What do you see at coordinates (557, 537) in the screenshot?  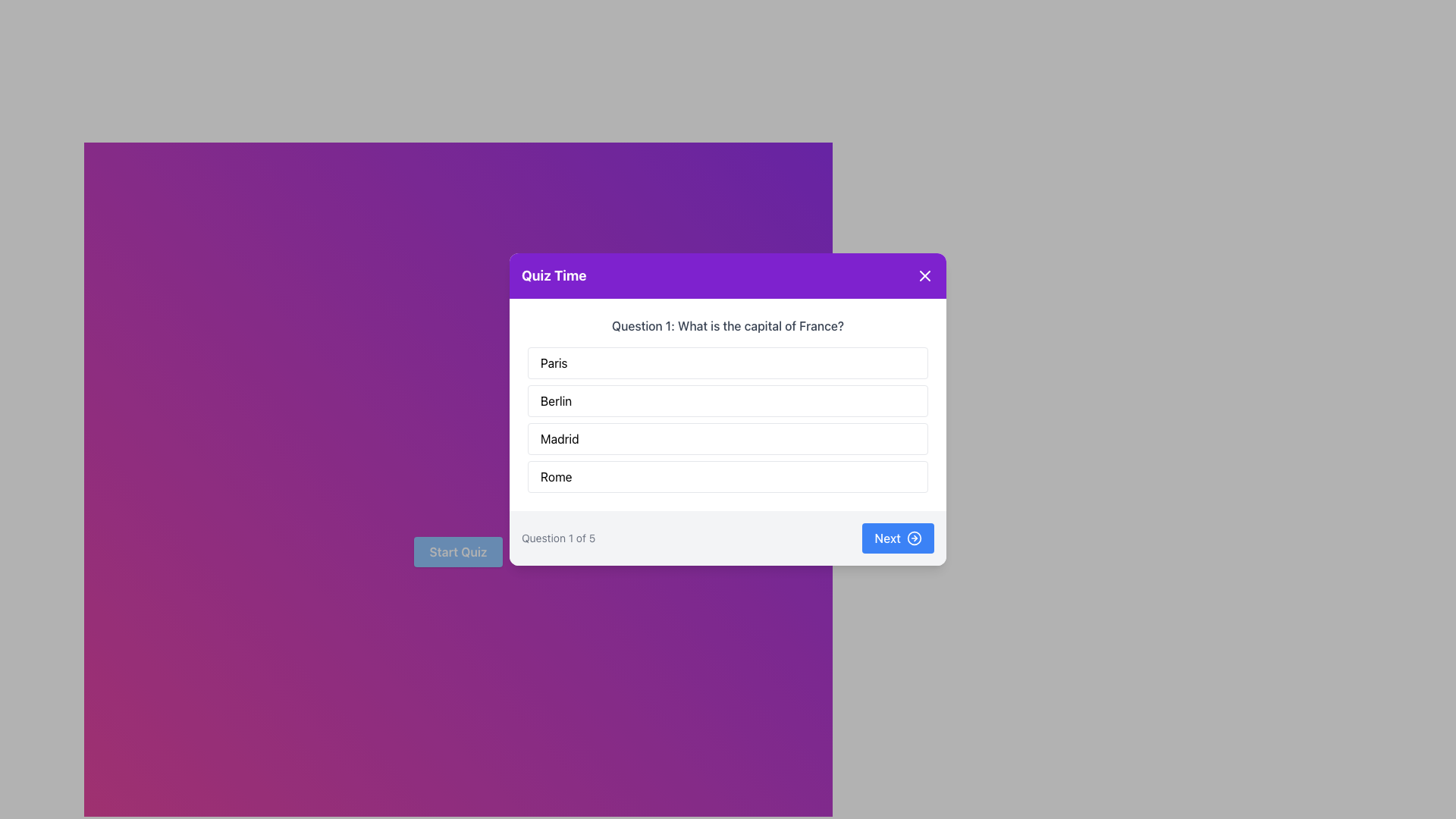 I see `text label displaying 'Question 1 of 5', which is located at the bottom-left corner of the dialog box` at bounding box center [557, 537].